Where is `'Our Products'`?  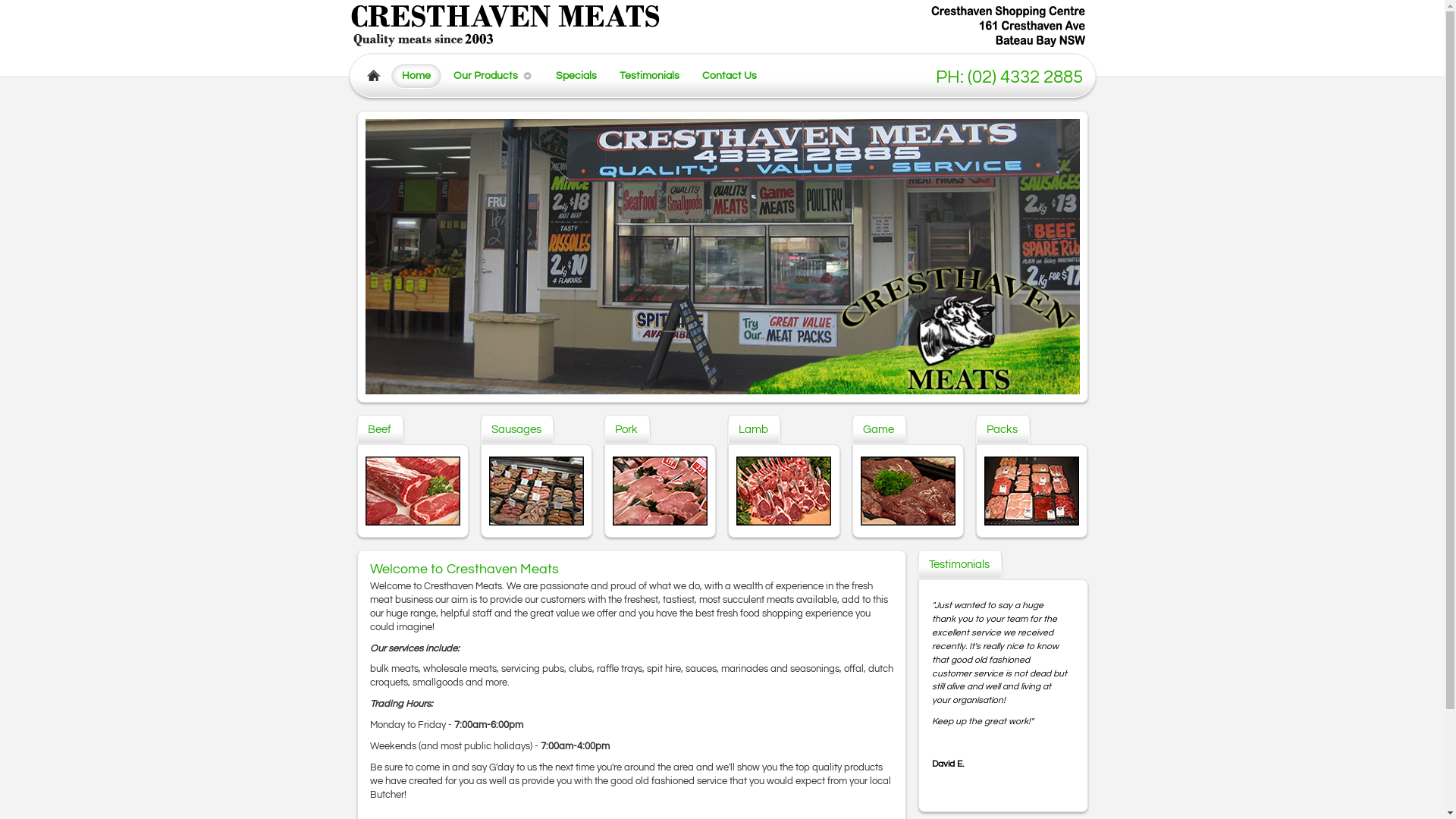
'Our Products' is located at coordinates (485, 75).